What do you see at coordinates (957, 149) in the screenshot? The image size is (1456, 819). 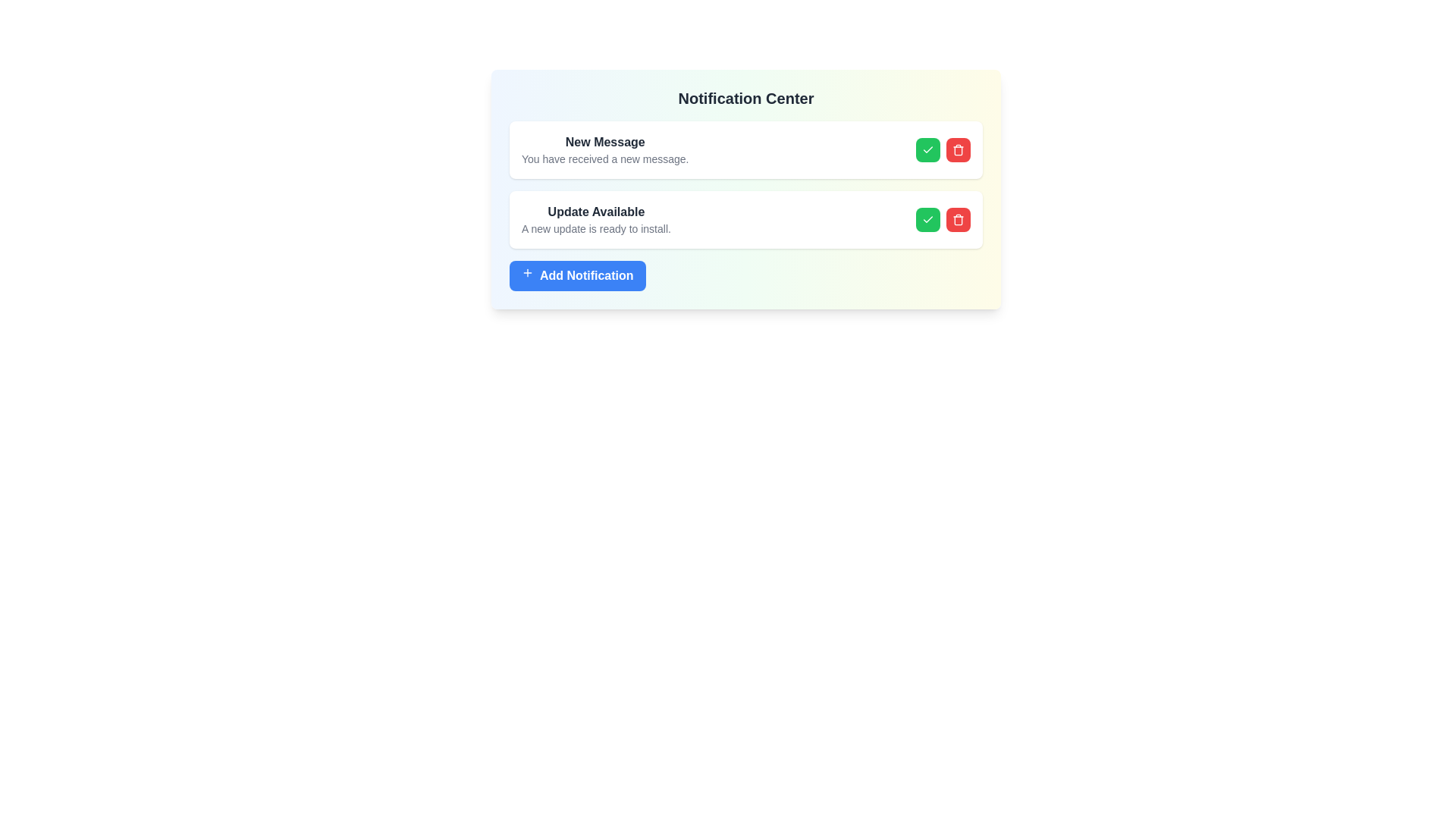 I see `the delete button located on the right side of the second notification entry box in the notification center interface` at bounding box center [957, 149].